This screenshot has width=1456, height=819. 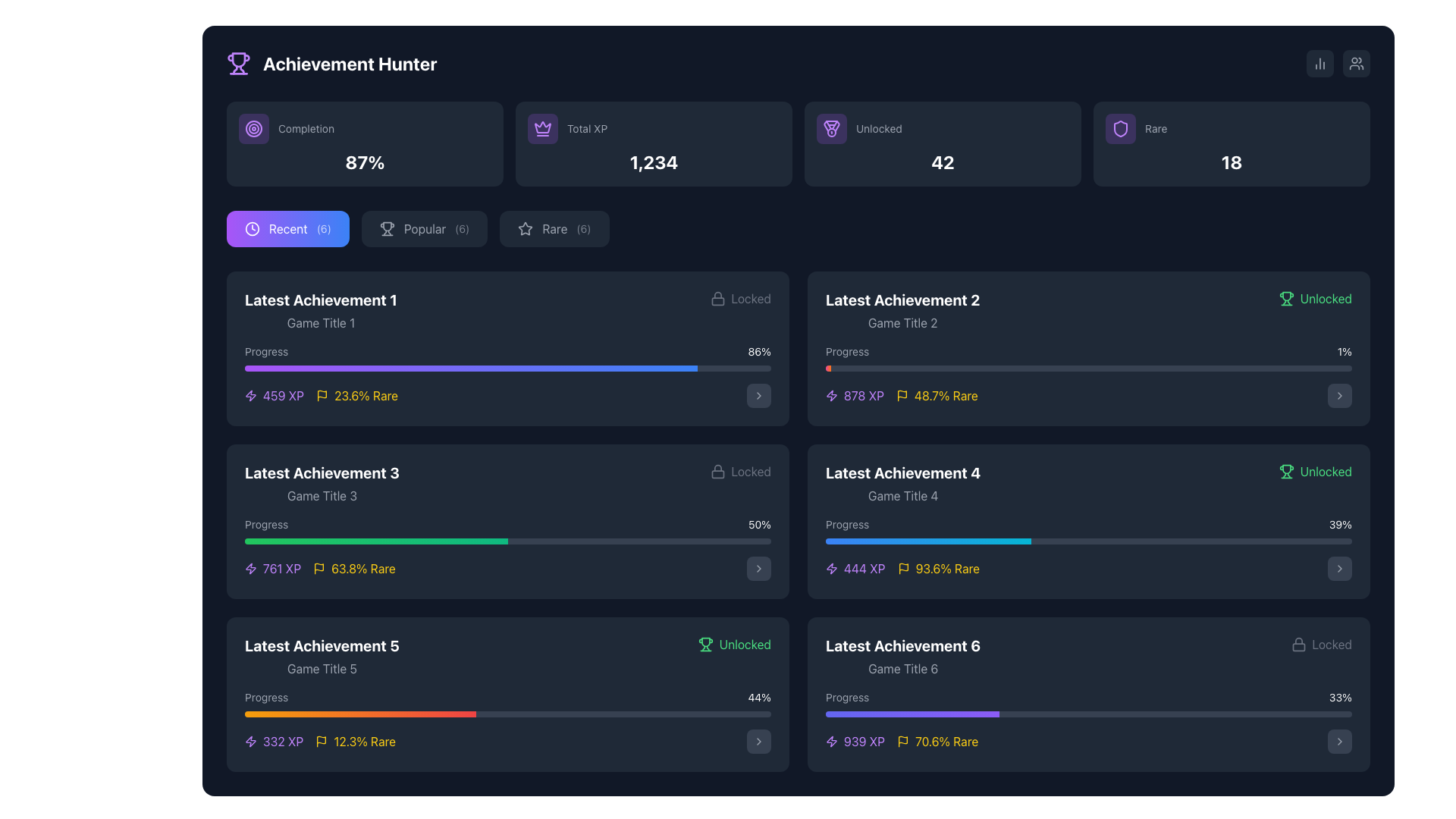 What do you see at coordinates (238, 63) in the screenshot?
I see `the trophy icon styled with a purple hue, located at the top left corner of the interface before the 'Achievement Hunter' text` at bounding box center [238, 63].